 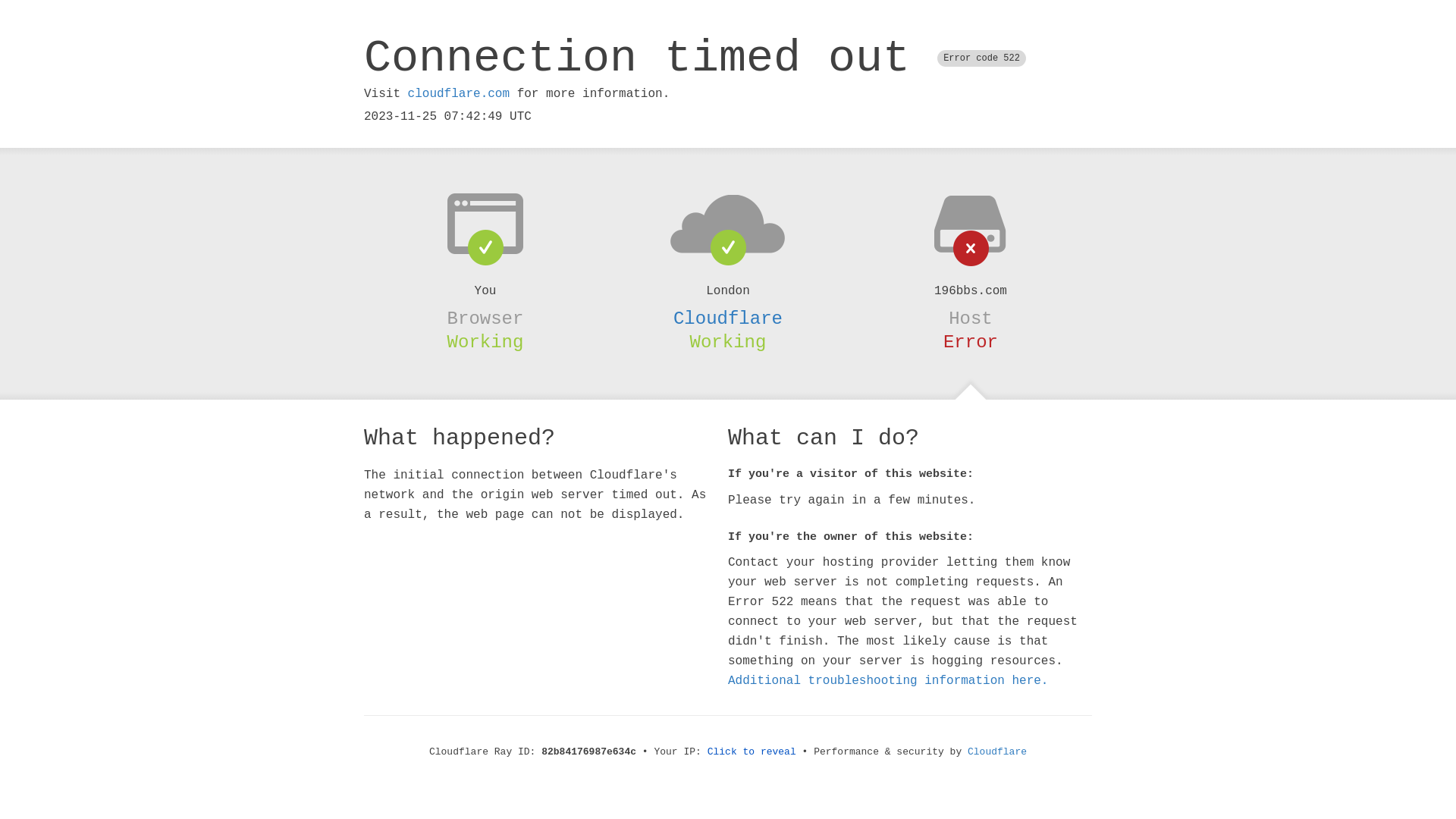 I want to click on 'Additional troubleshooting information here.', so click(x=888, y=680).